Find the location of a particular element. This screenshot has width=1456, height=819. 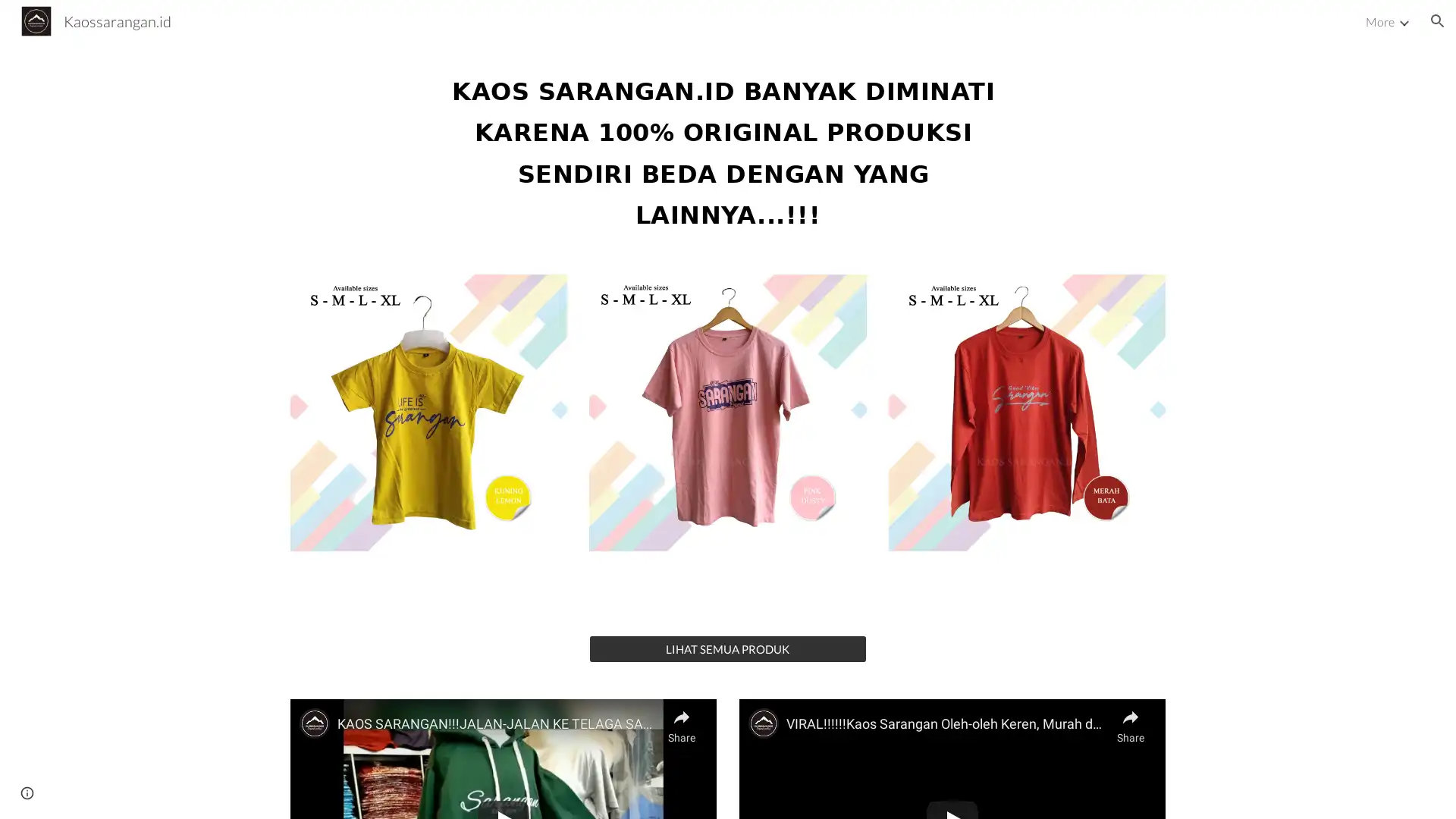

Skip to navigation is located at coordinates (864, 28).